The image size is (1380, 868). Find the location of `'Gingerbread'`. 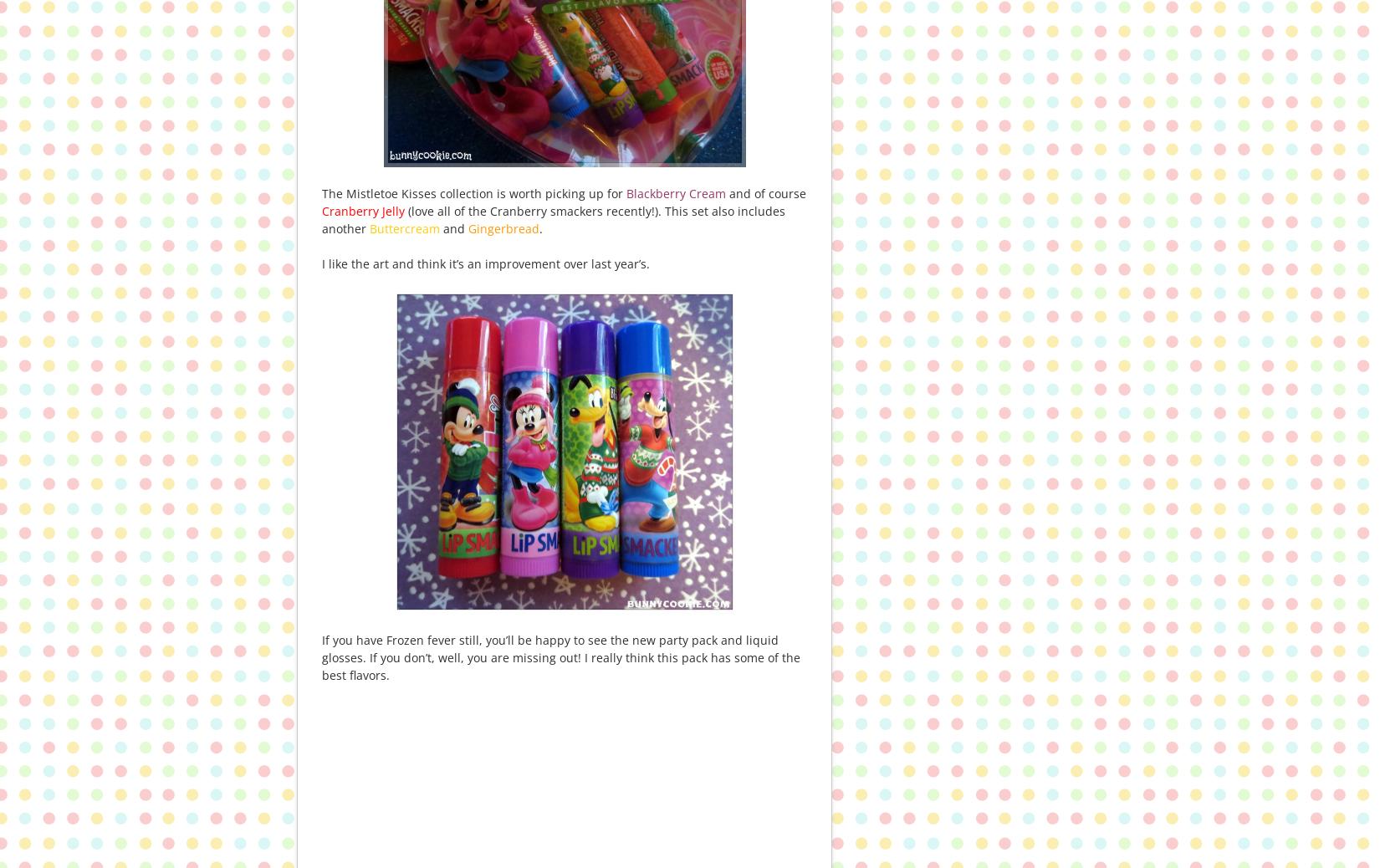

'Gingerbread' is located at coordinates (501, 228).